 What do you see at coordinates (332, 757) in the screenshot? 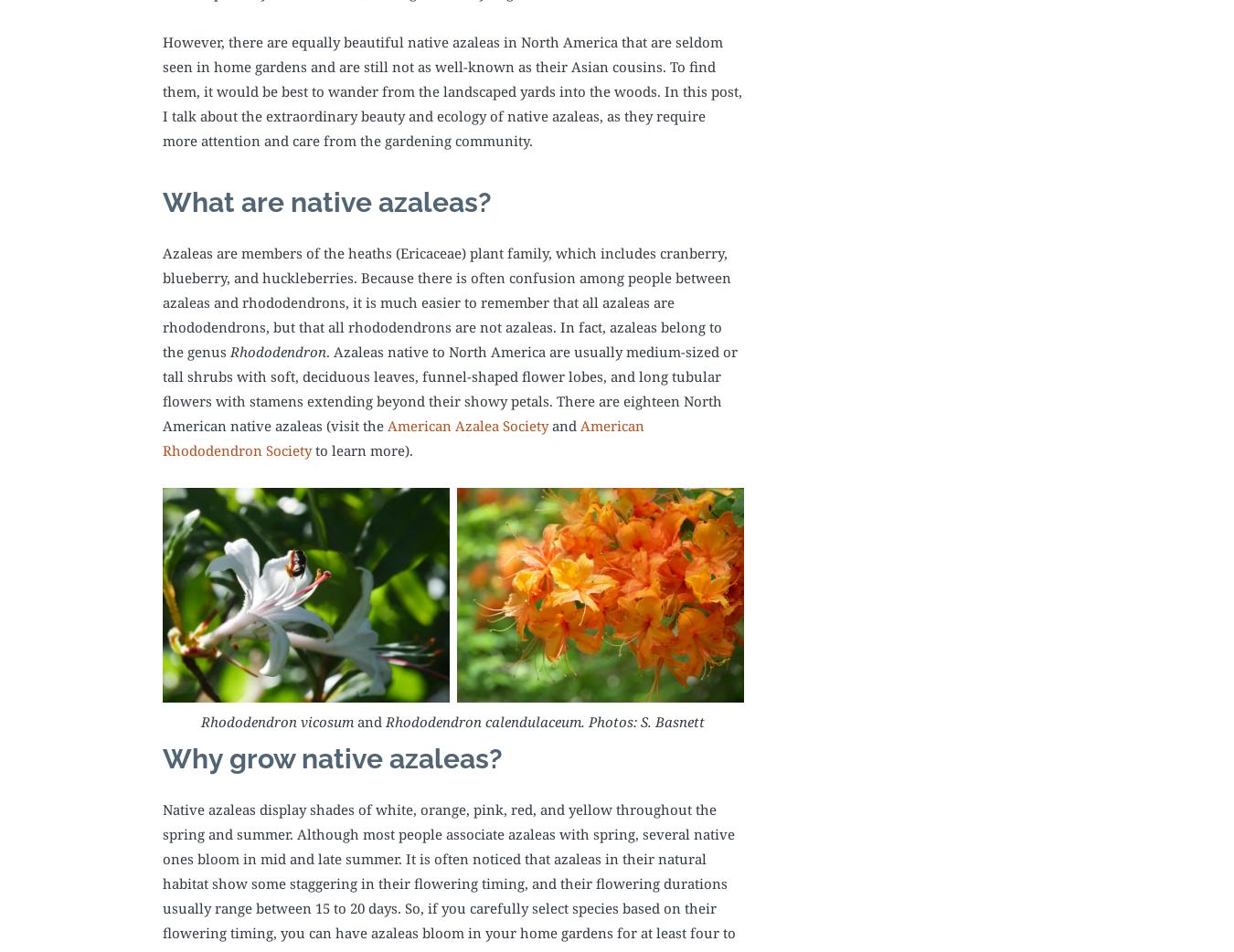
I see `'Why grow native azaleas?'` at bounding box center [332, 757].